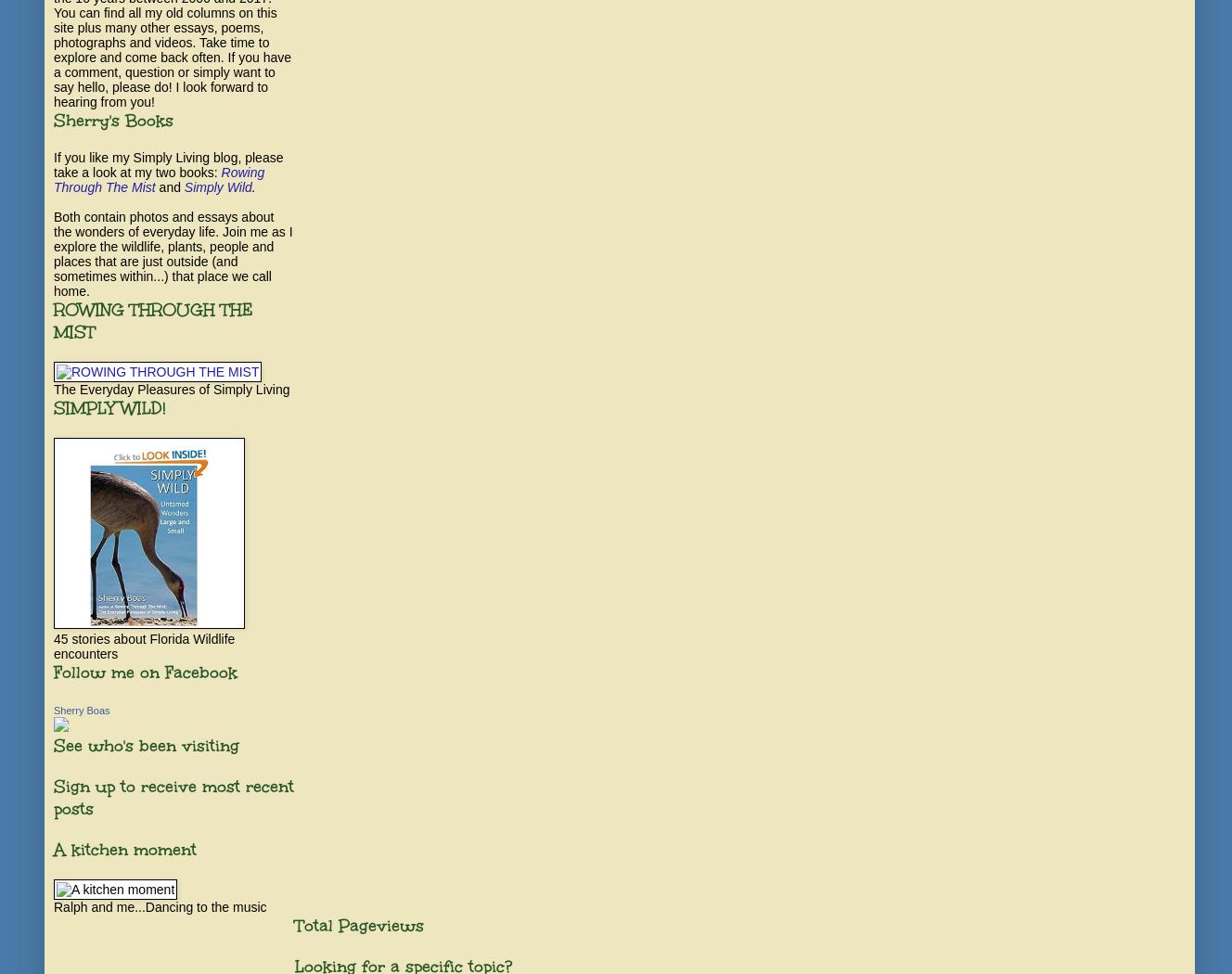 This screenshot has height=974, width=1232. What do you see at coordinates (146, 744) in the screenshot?
I see `'See who's been visiting'` at bounding box center [146, 744].